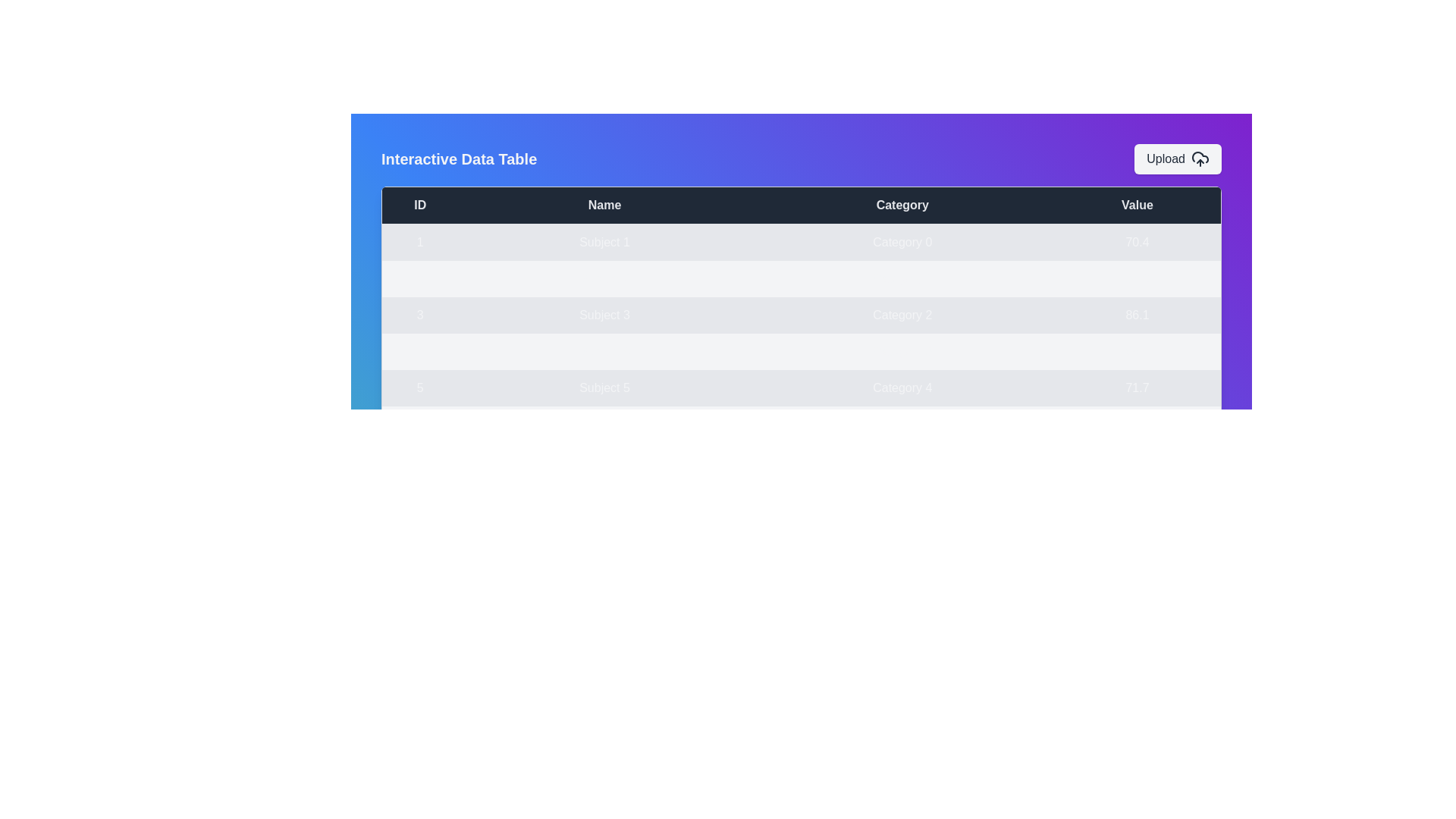 The image size is (1456, 819). I want to click on the table header 'Category' to sort the data, so click(902, 205).